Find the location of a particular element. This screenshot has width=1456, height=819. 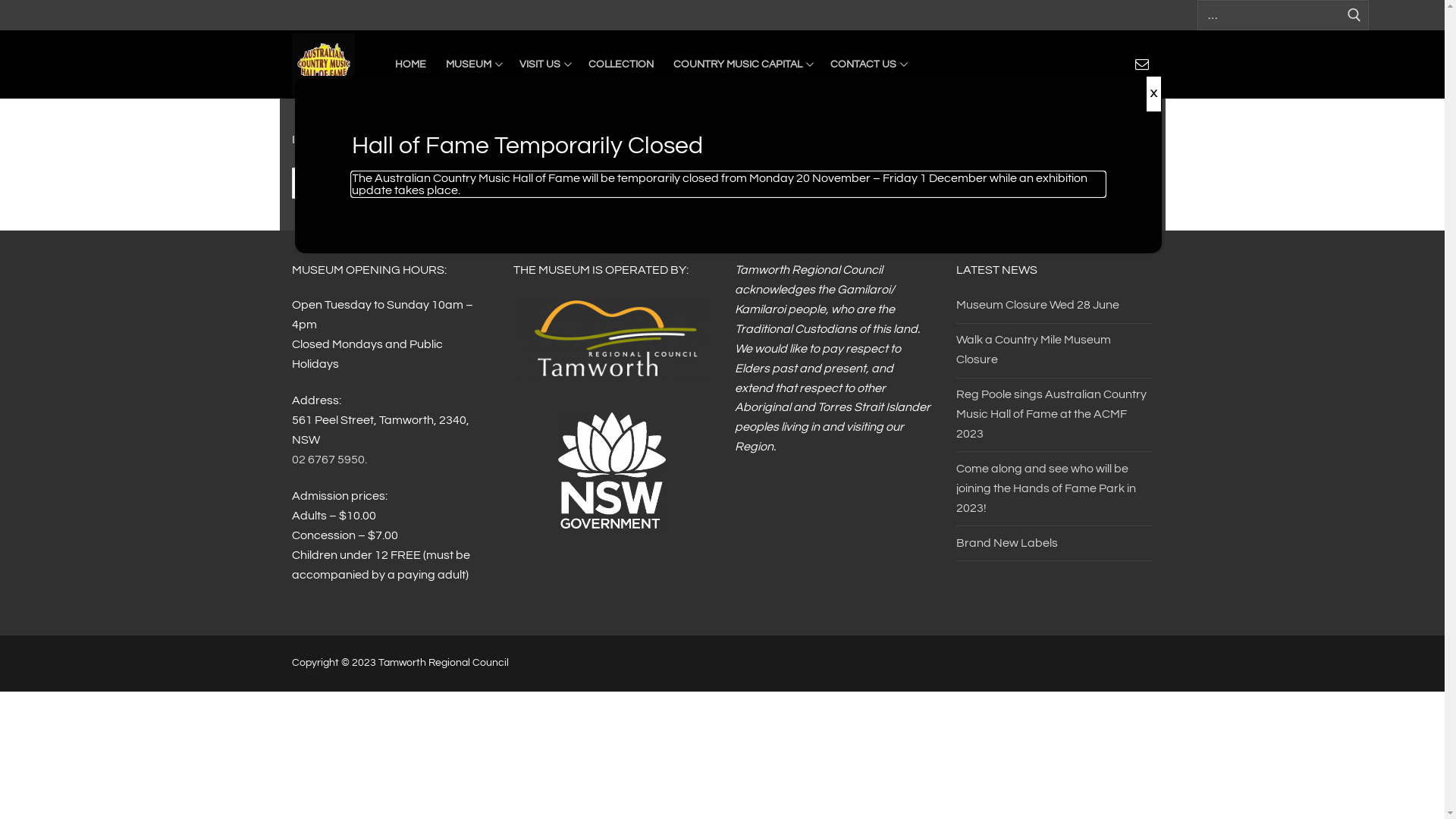

'VISIT US is located at coordinates (544, 64).